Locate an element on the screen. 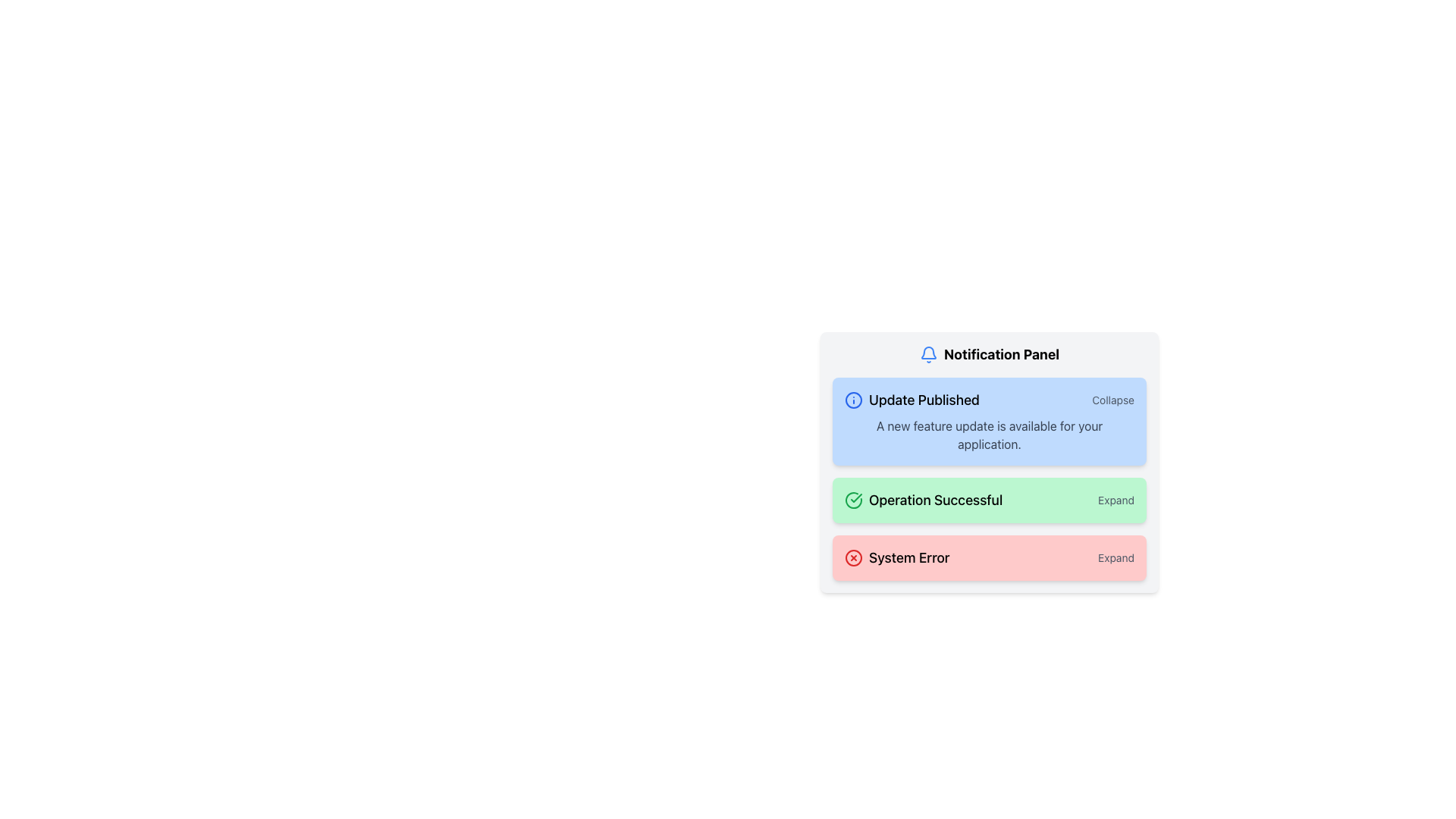 The width and height of the screenshot is (1456, 819). the 'Update Published' text label with accompanying icon, which features a blue background and is positioned at the top of the notification section is located at coordinates (911, 400).